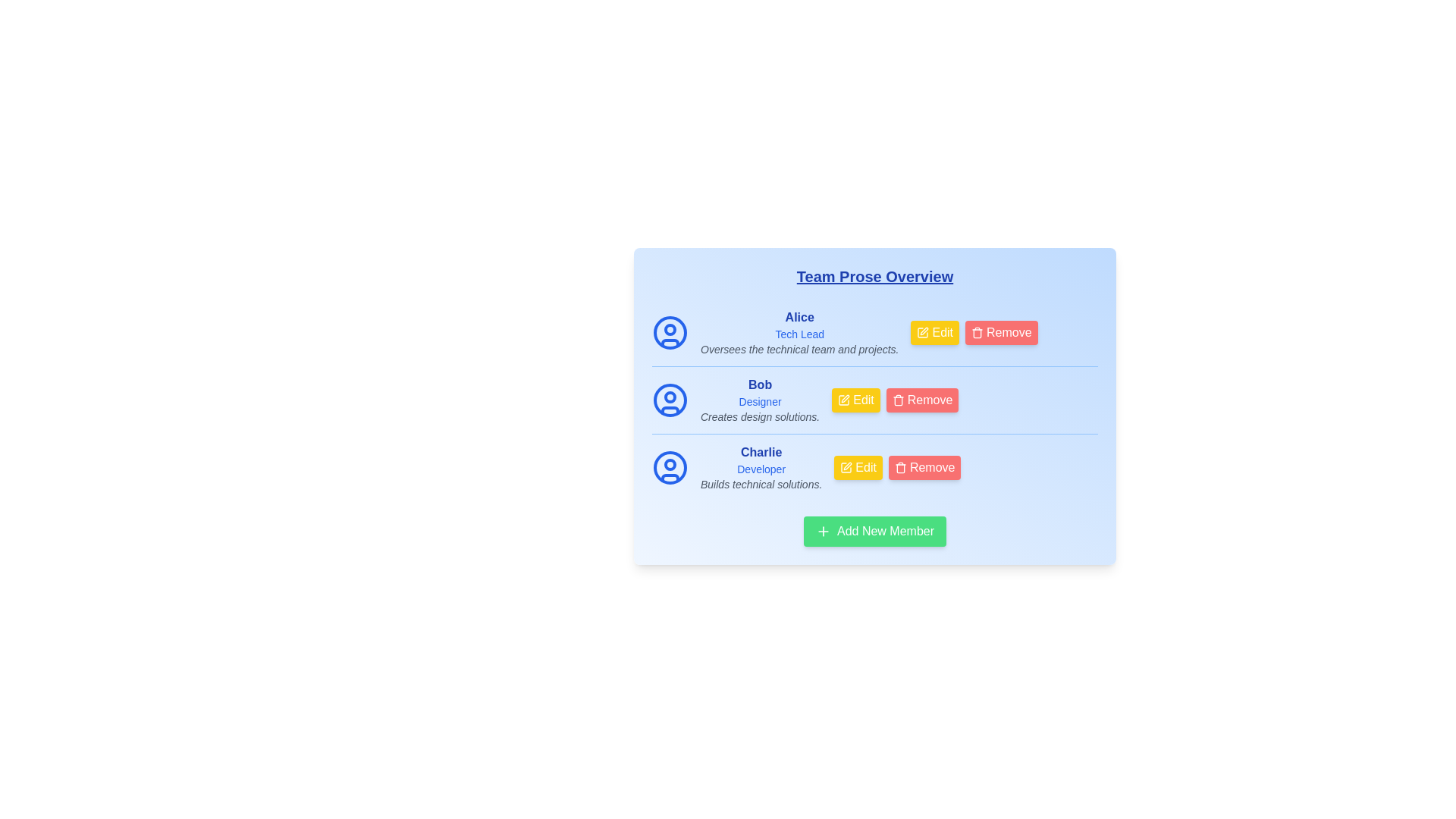 This screenshot has height=819, width=1456. I want to click on the small red trash can icon representing the 'Remove' action located within the 'Remove' button, so click(900, 467).